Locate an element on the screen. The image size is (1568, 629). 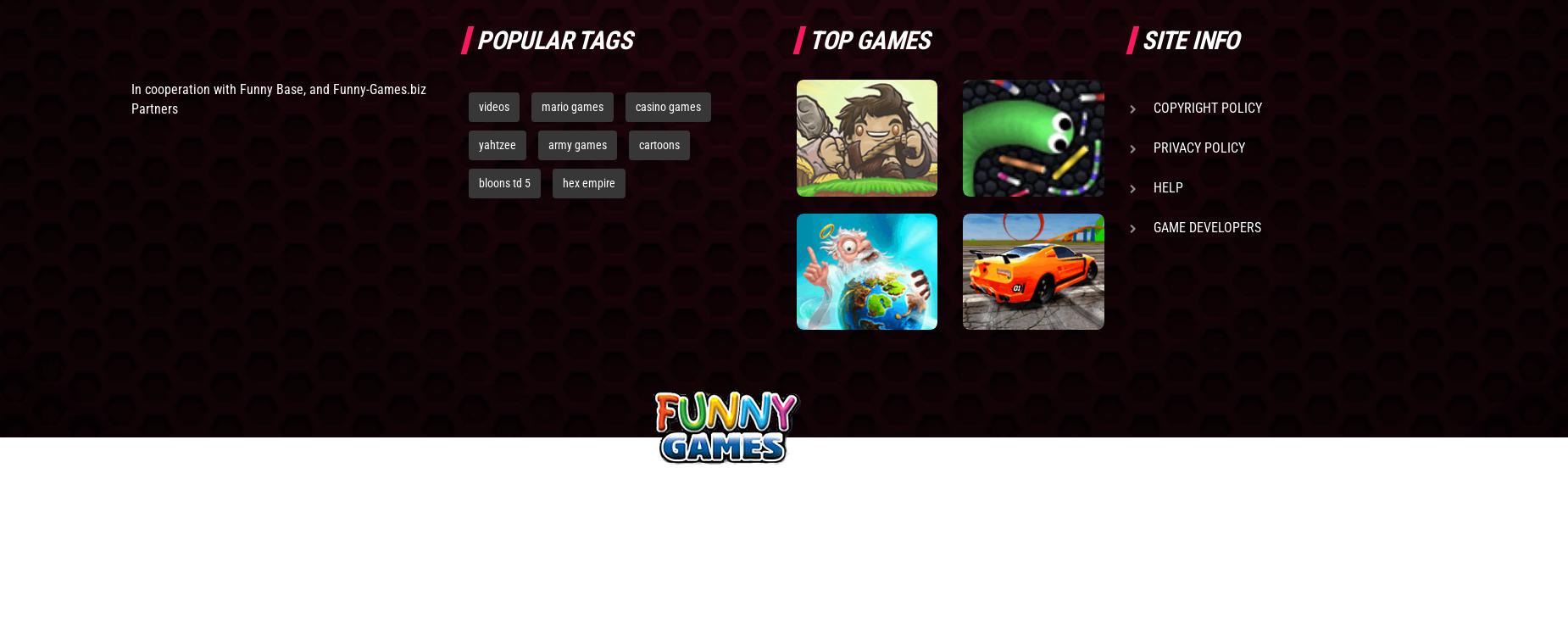
'By viewing or accessing Funny-Games.biz, you expressly agree to the following term and conditions detailed below. Although Funny-Games.biz attempts to ensure that all information contained on this website is error-free, we accept no liability for omissions, and reserve the right to change or alter the content of the site at anytime.
Funny-Games.biz does not make any warranty that the website is free from infection from viruses; nor does any provider of content to the site or their respective agents make any warranty as to the results to be obtained from use of the site.' is located at coordinates (462, 574).